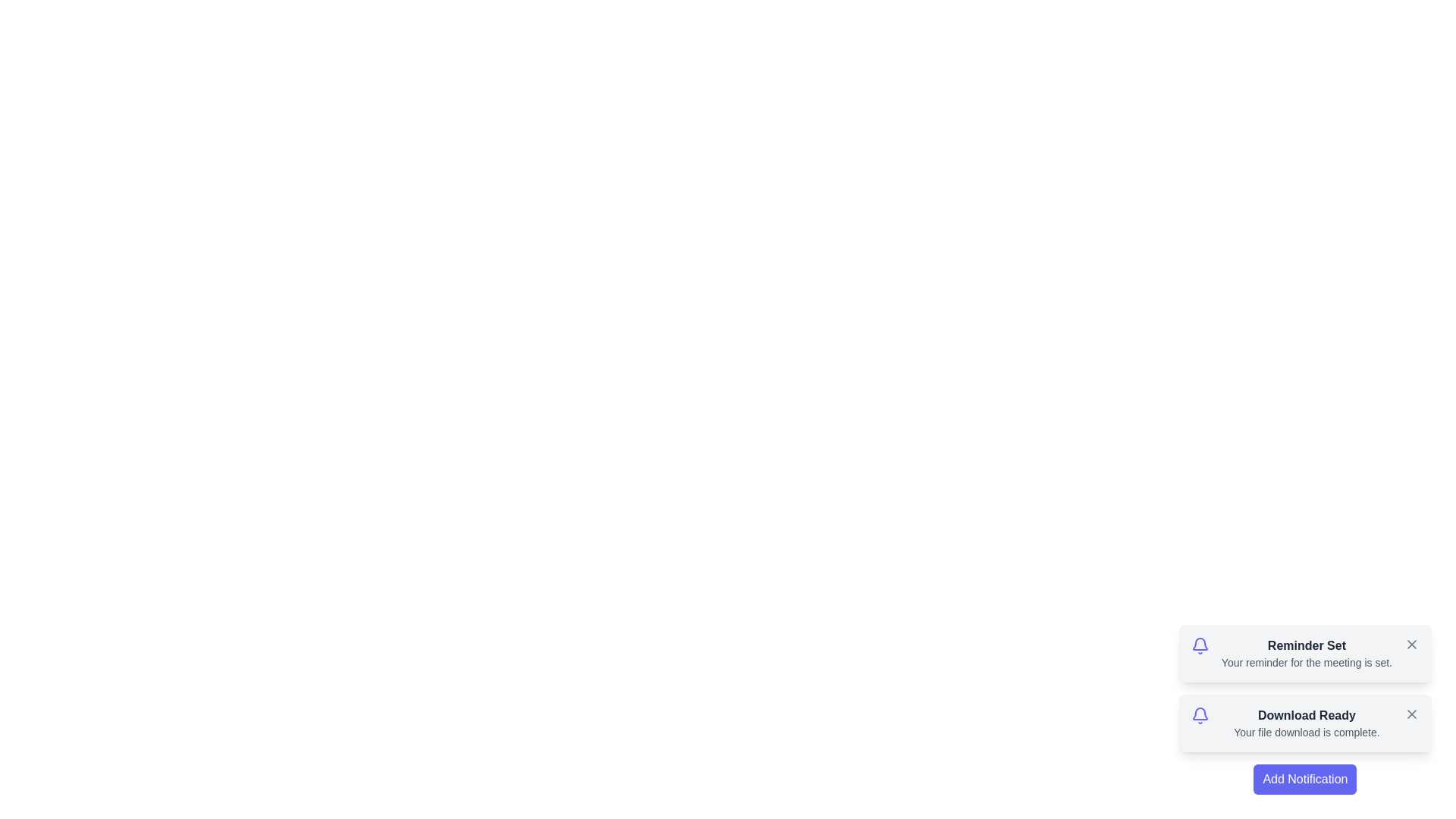  Describe the element at coordinates (1199, 716) in the screenshot. I see `the download completed icon in the notification card titled 'Download Ready', which is the leftmost element of the card and indicates that a file download is complete` at that location.